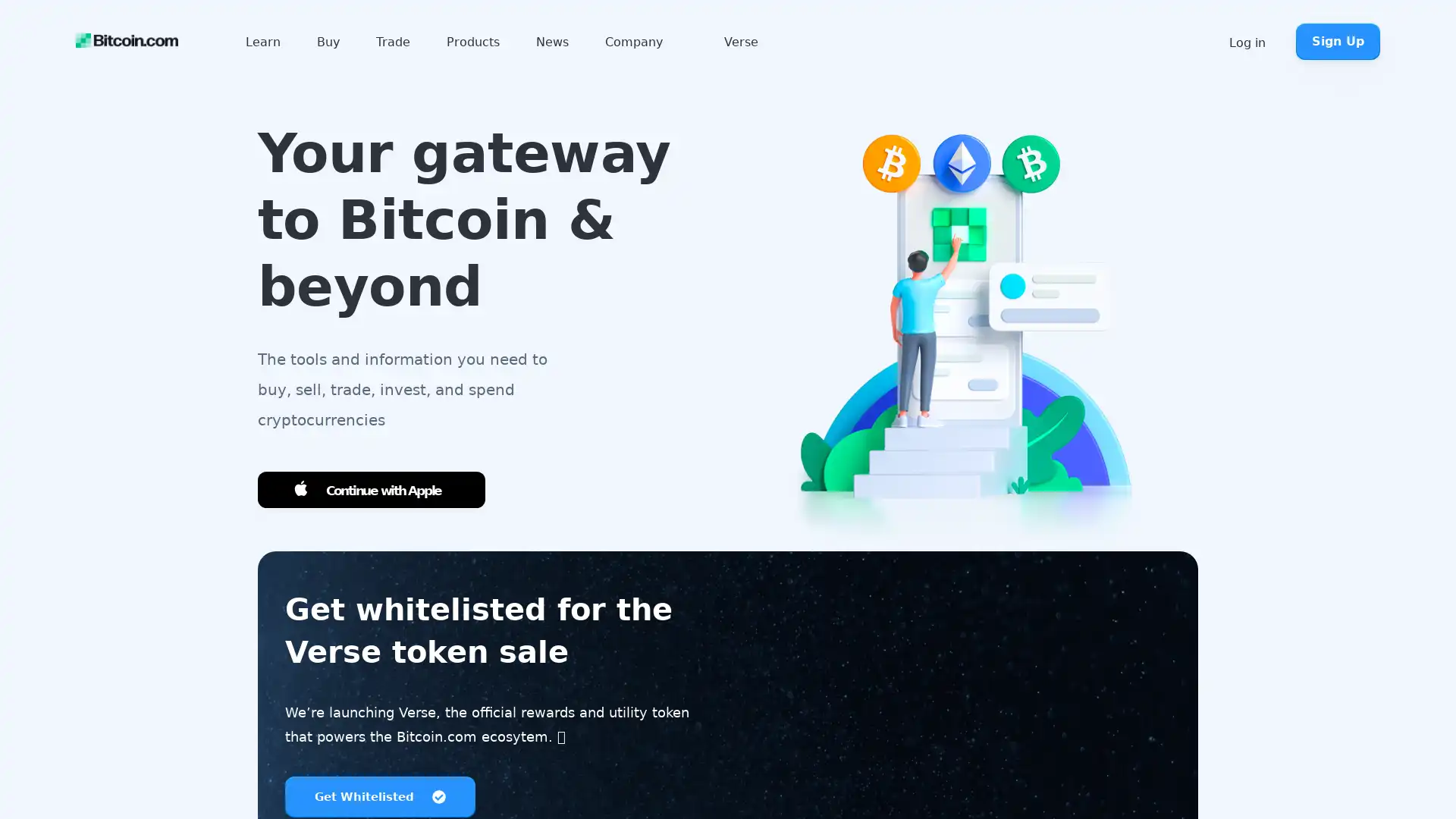 The height and width of the screenshot is (819, 1456). Describe the element at coordinates (371, 490) in the screenshot. I see `Continue with Apple` at that location.